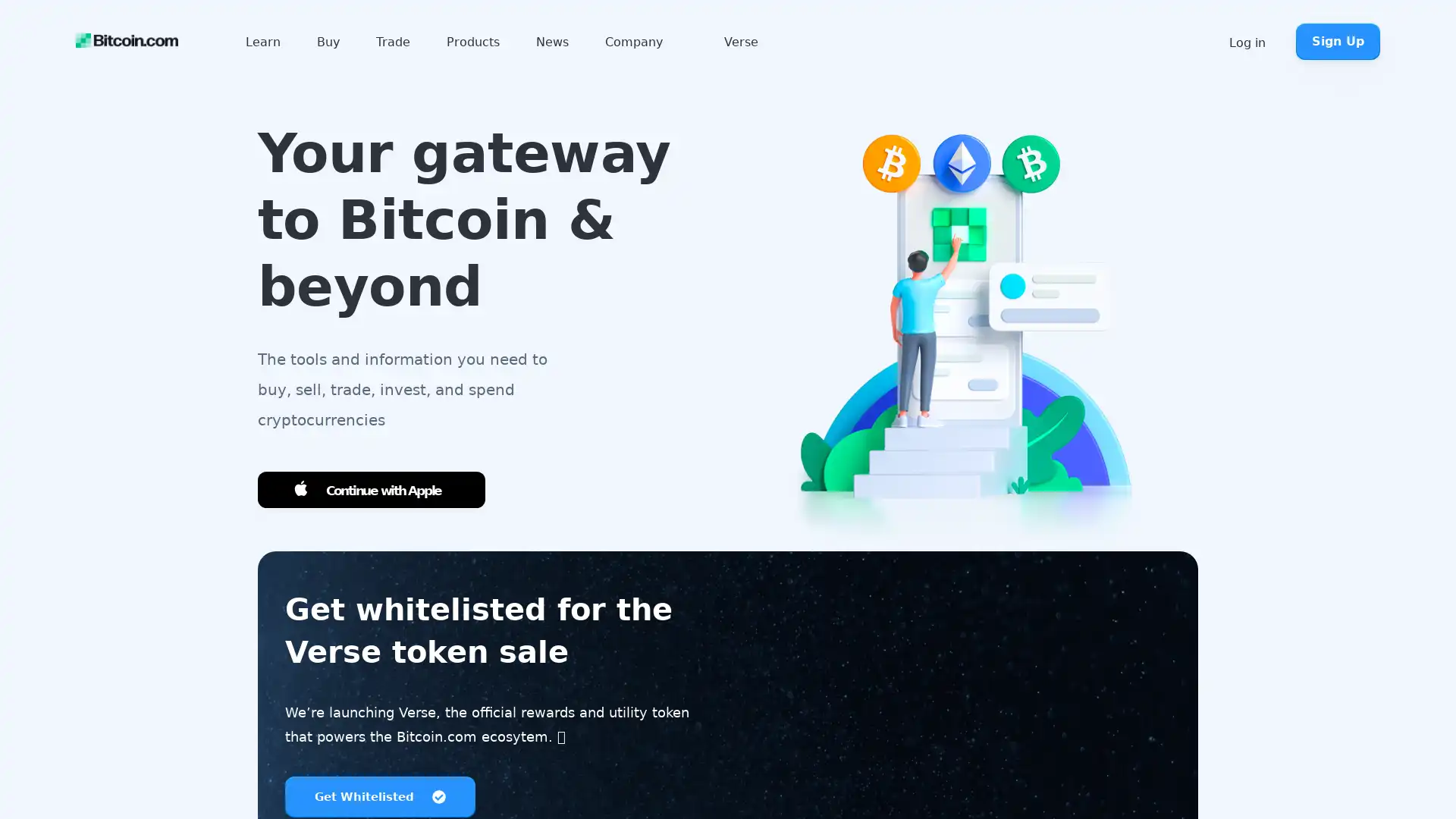 The height and width of the screenshot is (819, 1456). Describe the element at coordinates (371, 490) in the screenshot. I see `Continue with Apple` at that location.